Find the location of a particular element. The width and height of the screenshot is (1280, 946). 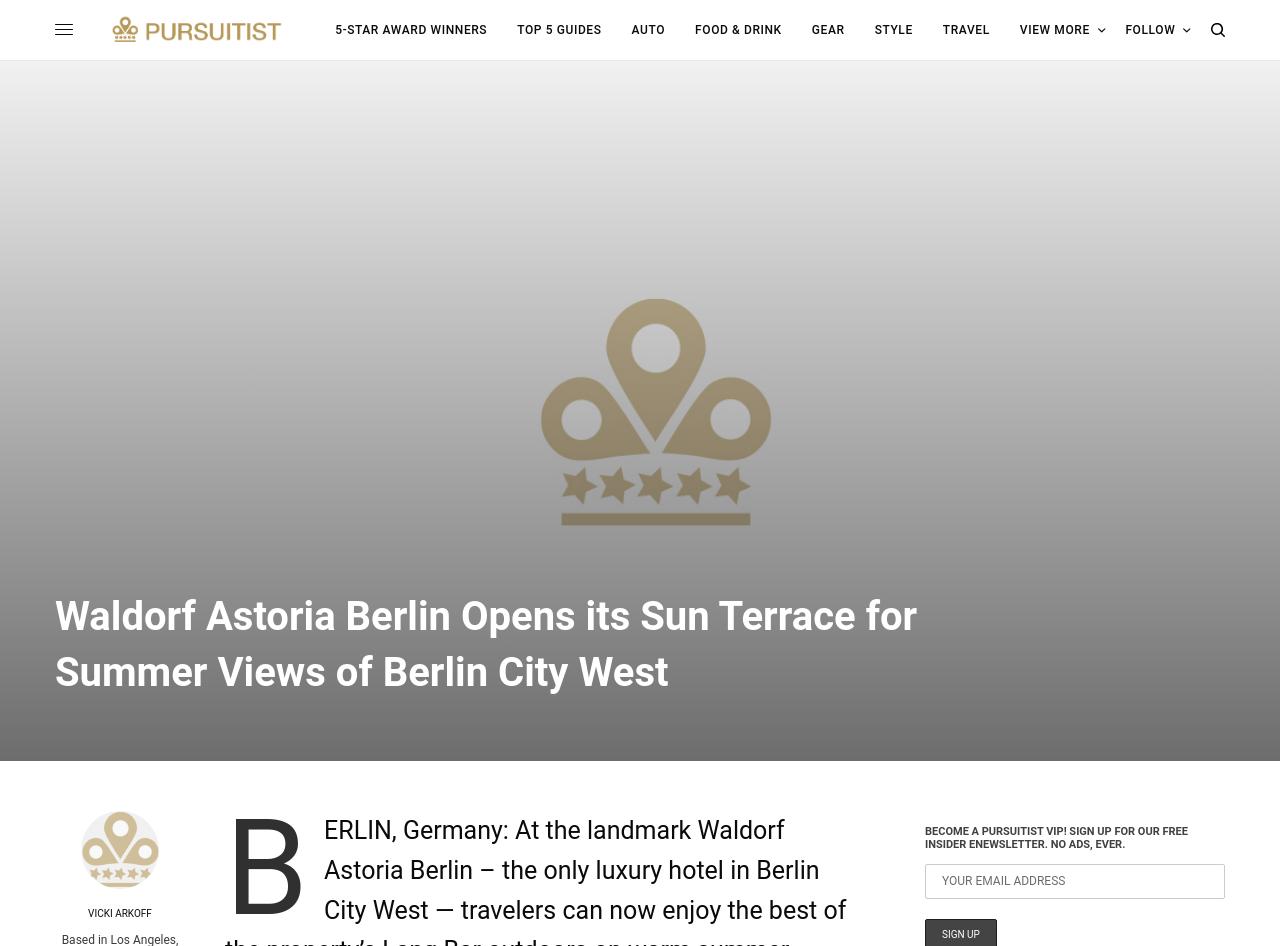

'Travel' is located at coordinates (965, 29).